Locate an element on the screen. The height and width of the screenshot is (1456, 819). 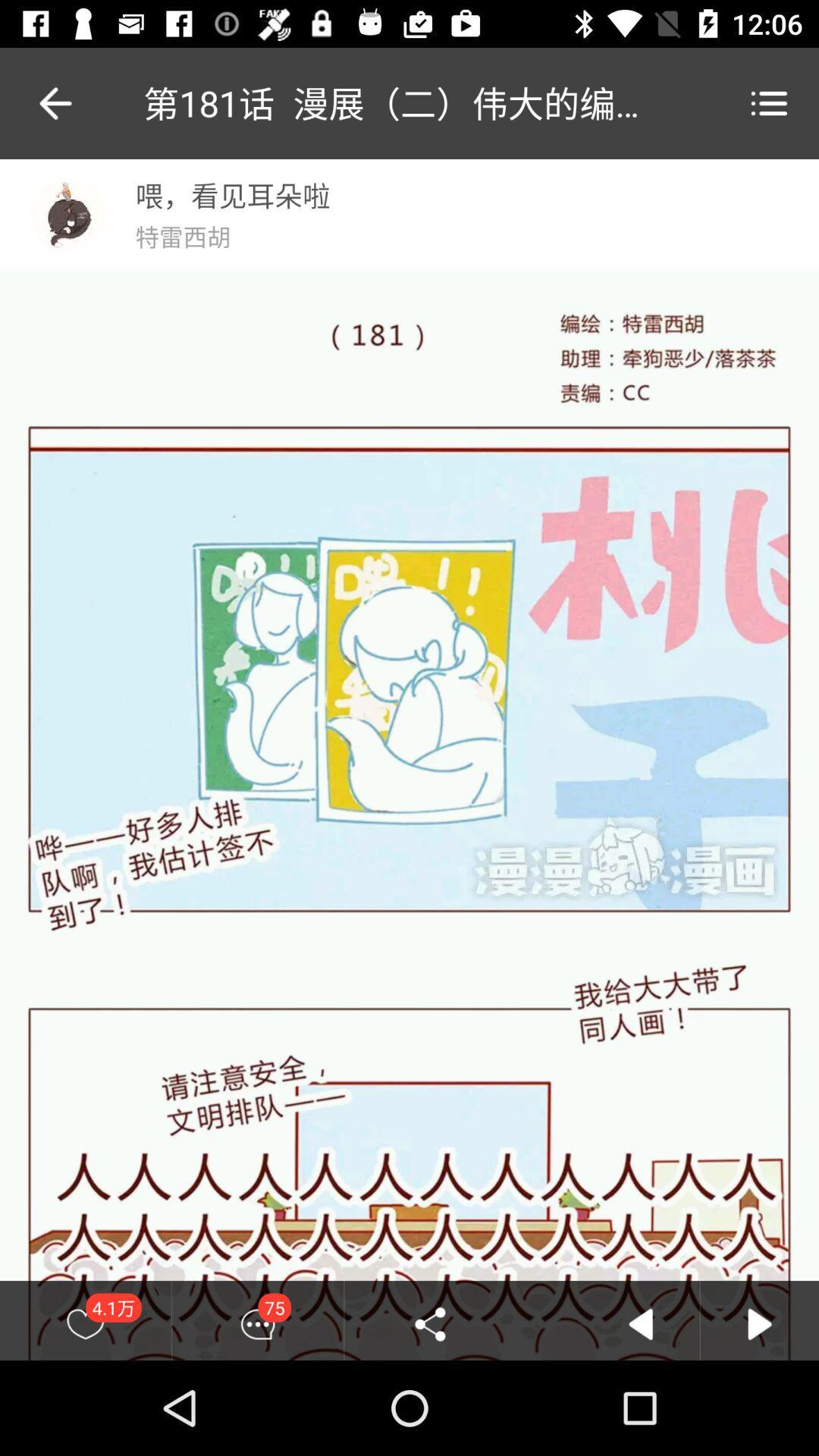
the button at the top right corner of the page is located at coordinates (769, 102).